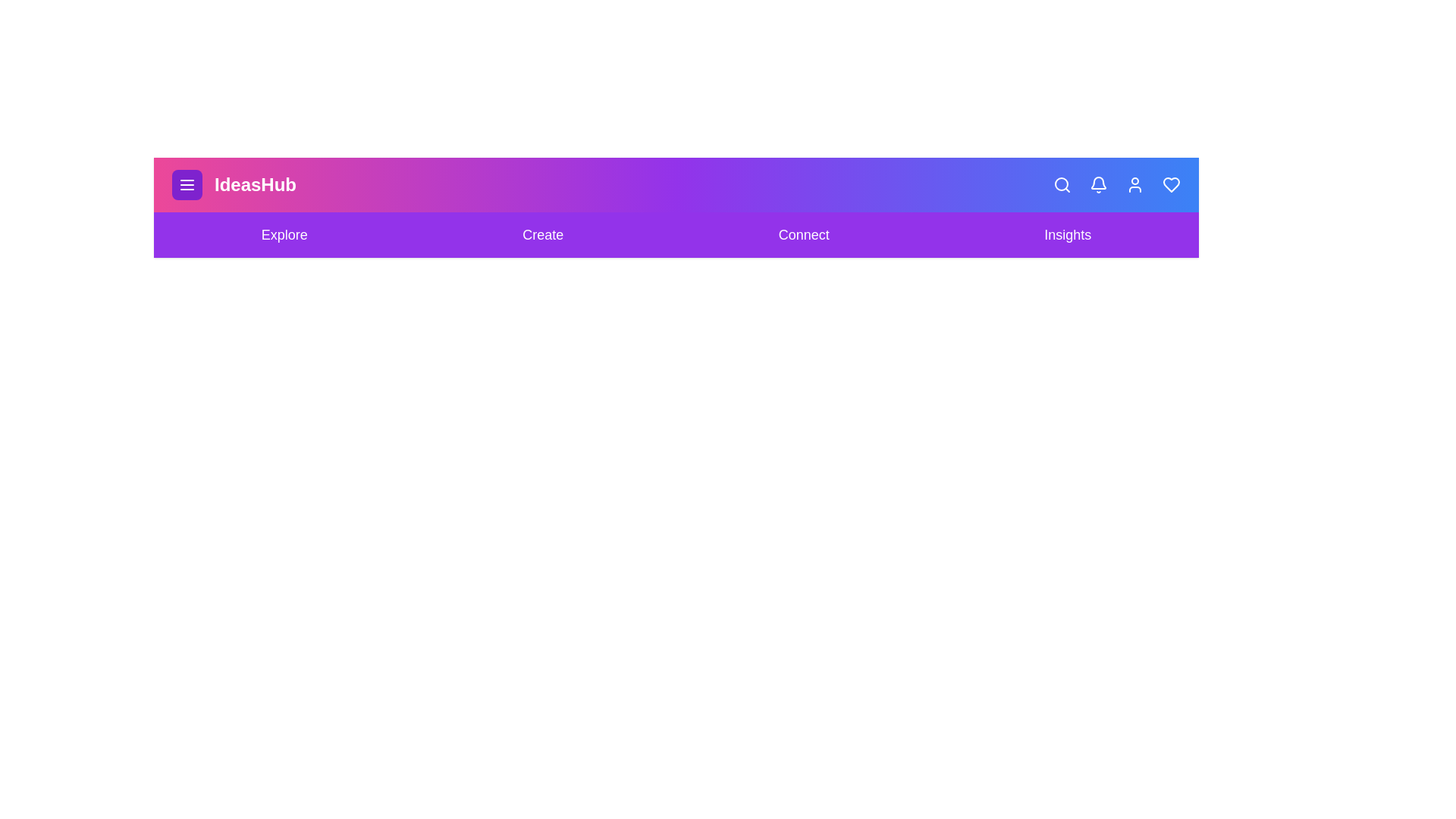 The image size is (1456, 819). What do you see at coordinates (1066, 234) in the screenshot?
I see `the Insights navigation link` at bounding box center [1066, 234].